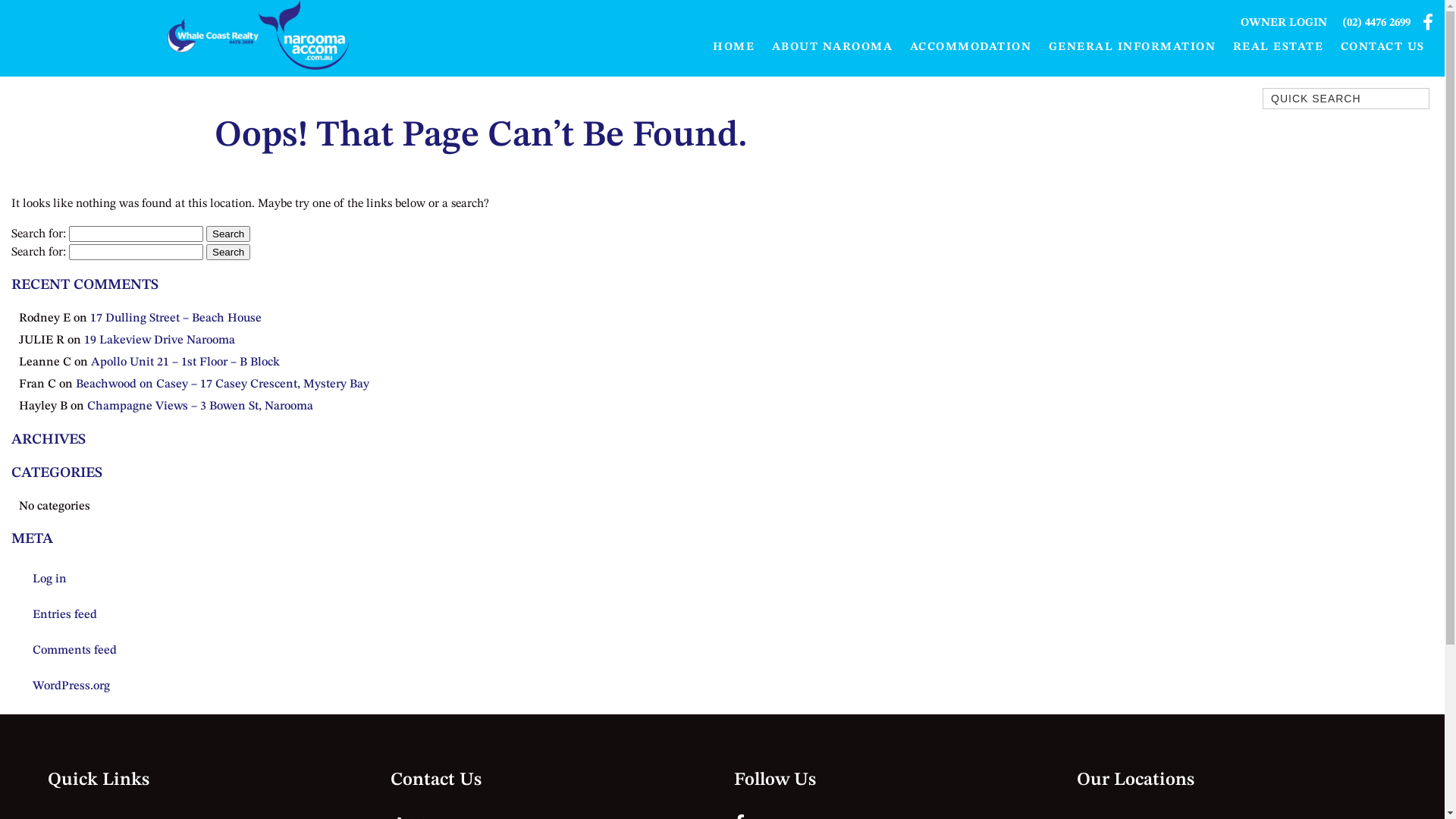 Image resolution: width=1456 pixels, height=819 pixels. Describe the element at coordinates (18, 579) in the screenshot. I see `'Log in'` at that location.